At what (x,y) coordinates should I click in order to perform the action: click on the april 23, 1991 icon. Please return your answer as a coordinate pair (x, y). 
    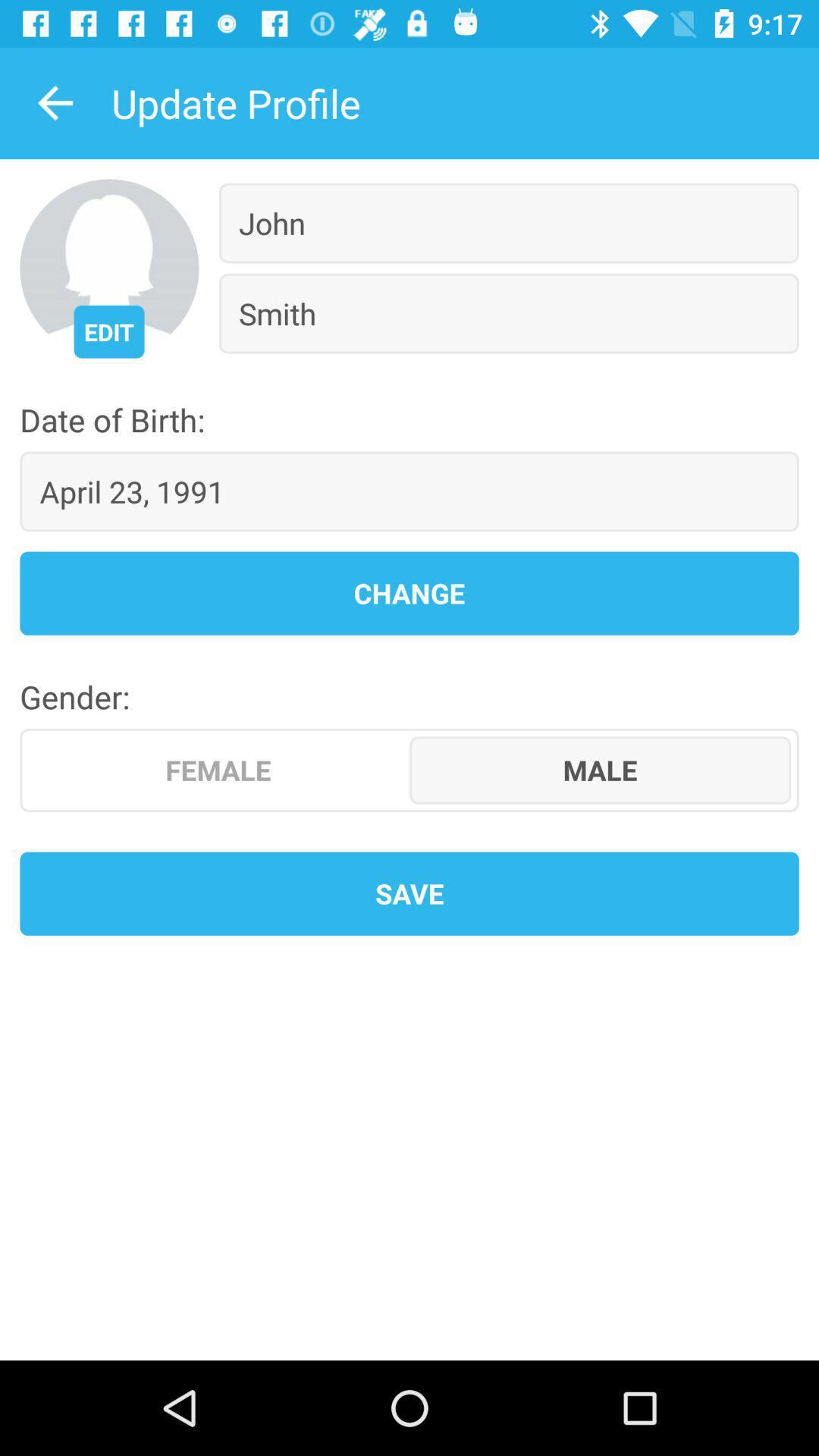
    Looking at the image, I should click on (409, 491).